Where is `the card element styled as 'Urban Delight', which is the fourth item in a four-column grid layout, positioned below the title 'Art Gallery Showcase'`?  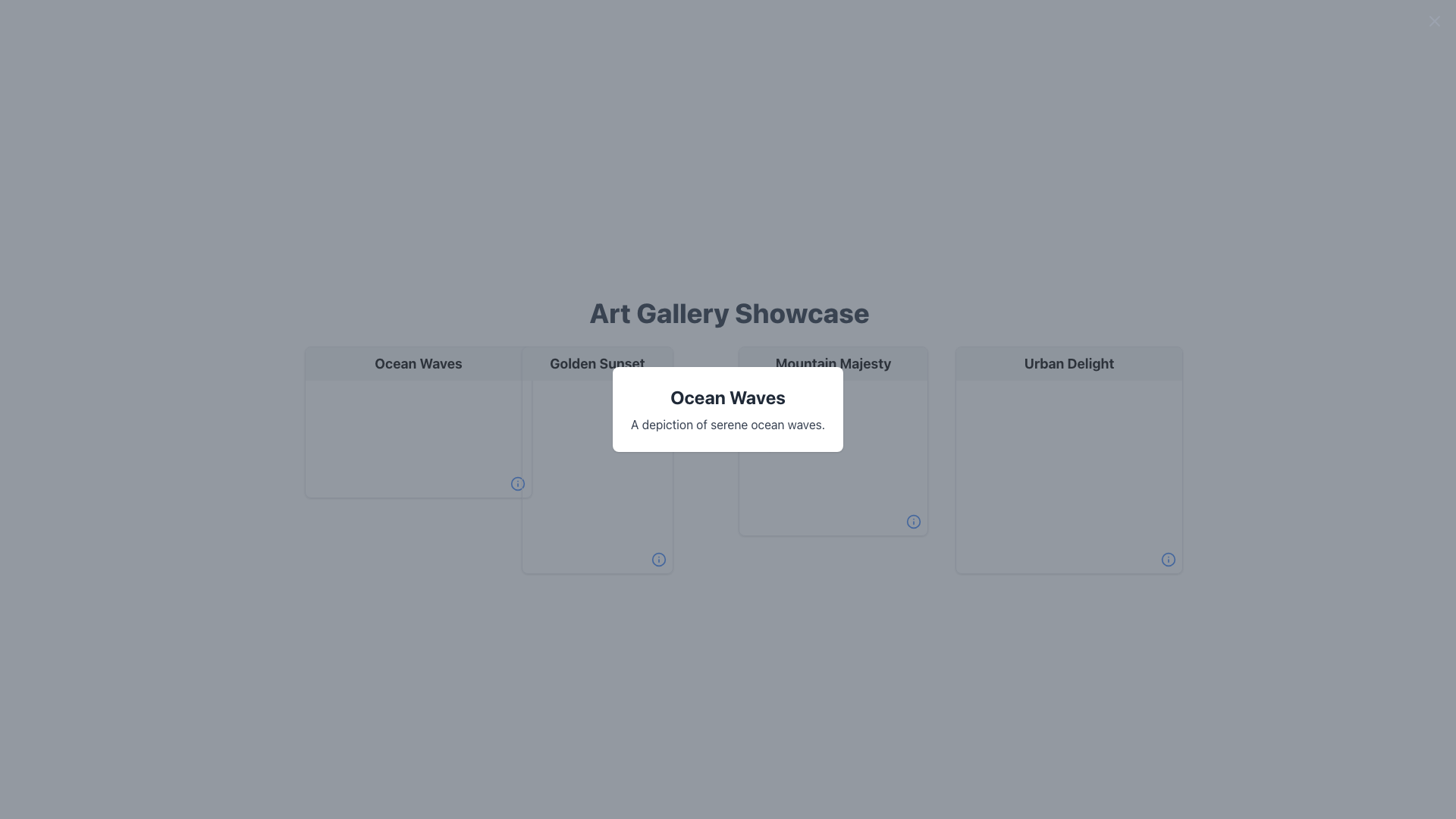
the card element styled as 'Urban Delight', which is the fourth item in a four-column grid layout, positioned below the title 'Art Gallery Showcase' is located at coordinates (1068, 459).